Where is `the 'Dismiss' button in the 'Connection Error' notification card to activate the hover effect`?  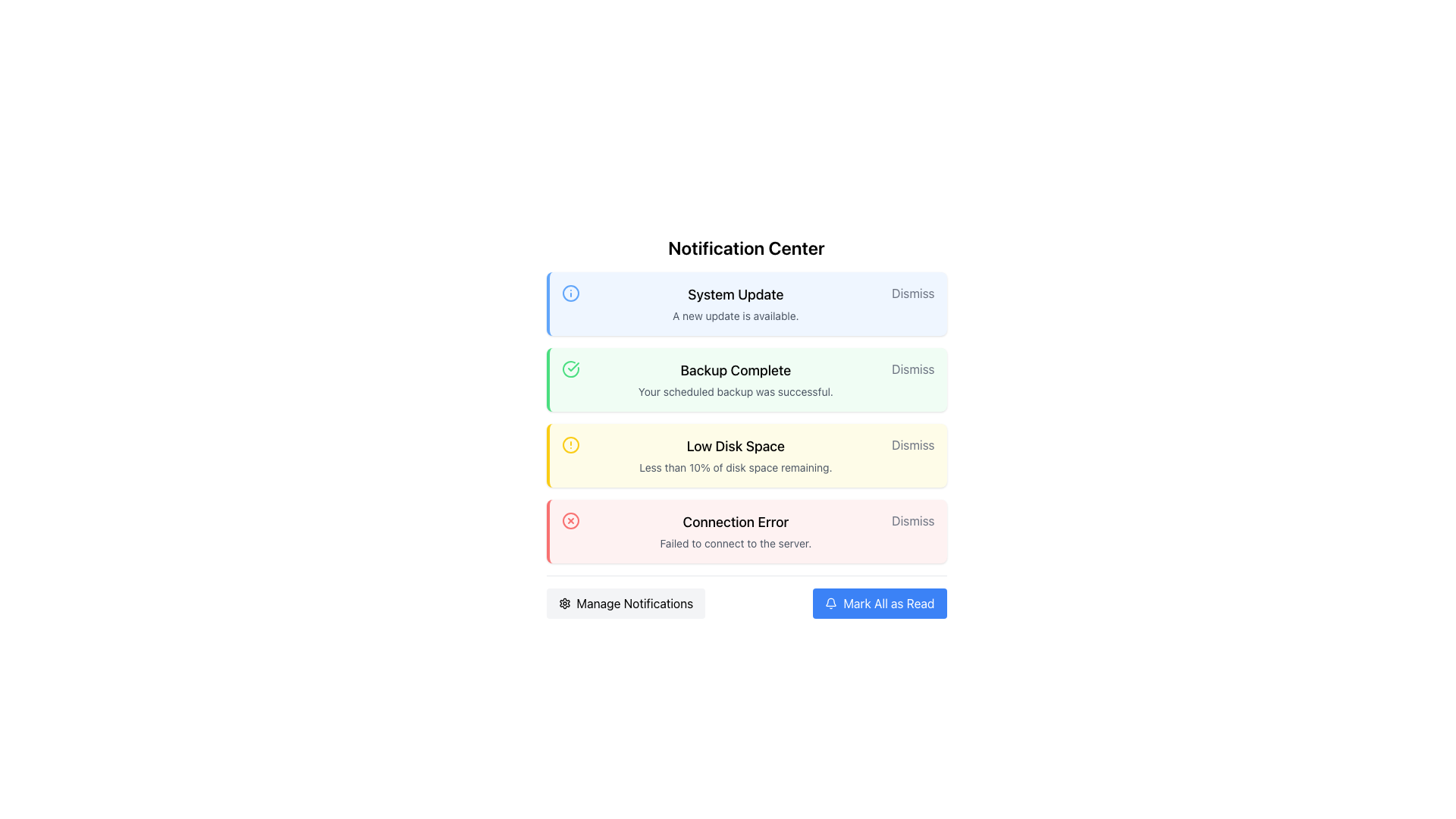 the 'Dismiss' button in the 'Connection Error' notification card to activate the hover effect is located at coordinates (912, 519).